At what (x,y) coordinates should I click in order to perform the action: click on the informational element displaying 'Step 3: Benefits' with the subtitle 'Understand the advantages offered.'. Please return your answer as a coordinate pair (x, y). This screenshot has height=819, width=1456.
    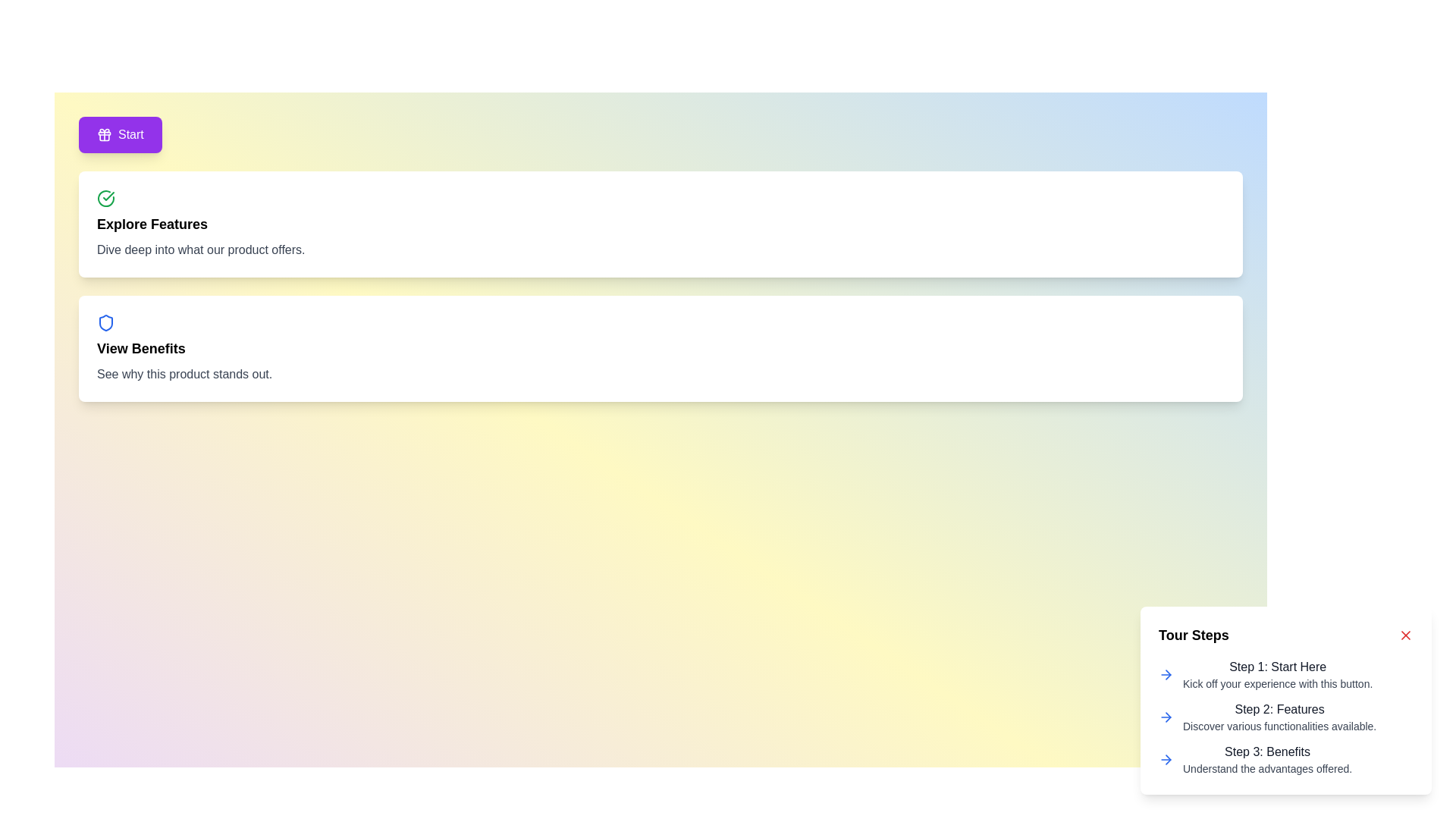
    Looking at the image, I should click on (1285, 760).